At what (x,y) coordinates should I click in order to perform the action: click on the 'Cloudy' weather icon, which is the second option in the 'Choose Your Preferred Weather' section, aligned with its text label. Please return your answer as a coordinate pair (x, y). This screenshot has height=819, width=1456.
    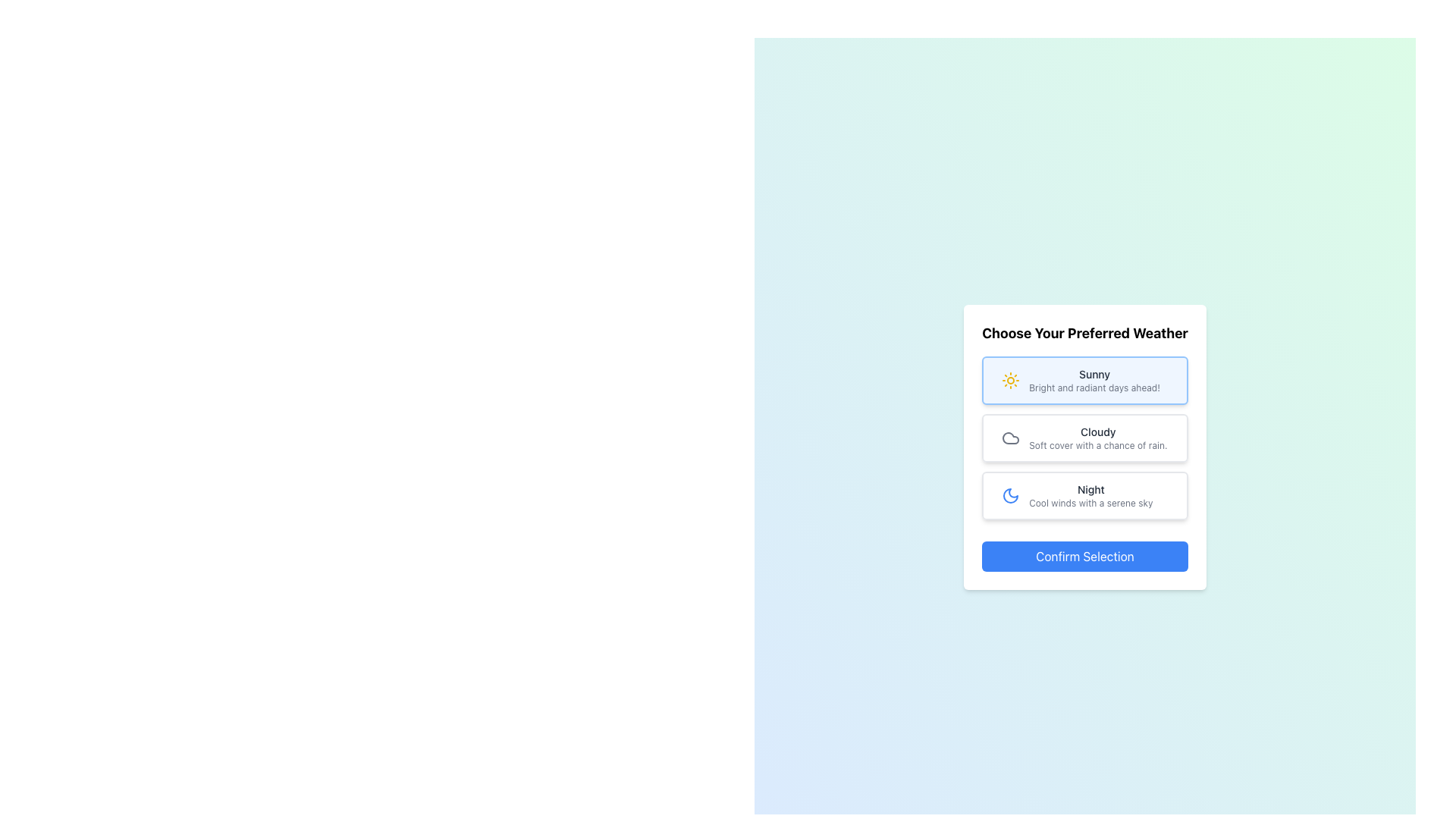
    Looking at the image, I should click on (1011, 438).